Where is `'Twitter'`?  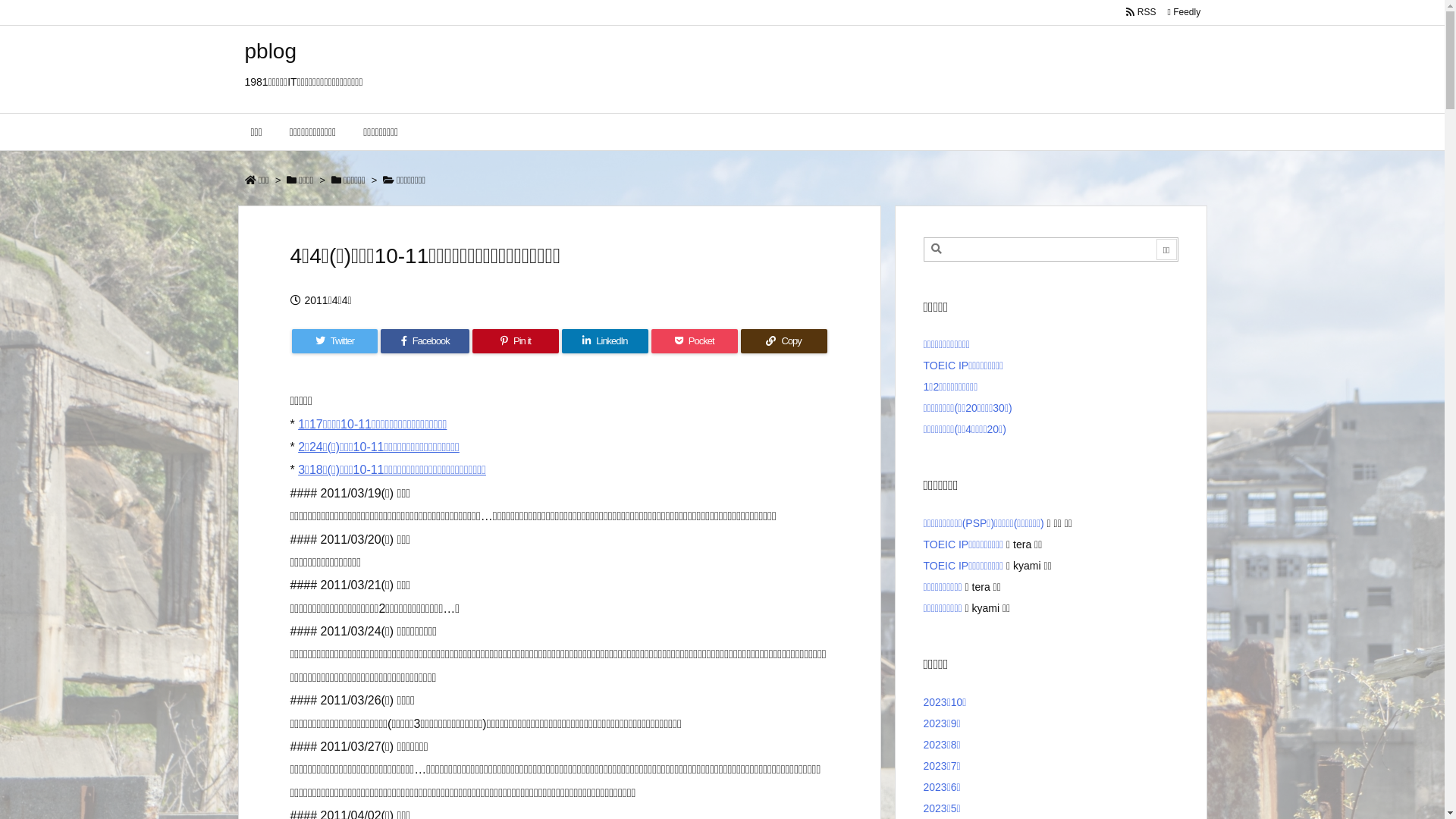 'Twitter' is located at coordinates (291, 341).